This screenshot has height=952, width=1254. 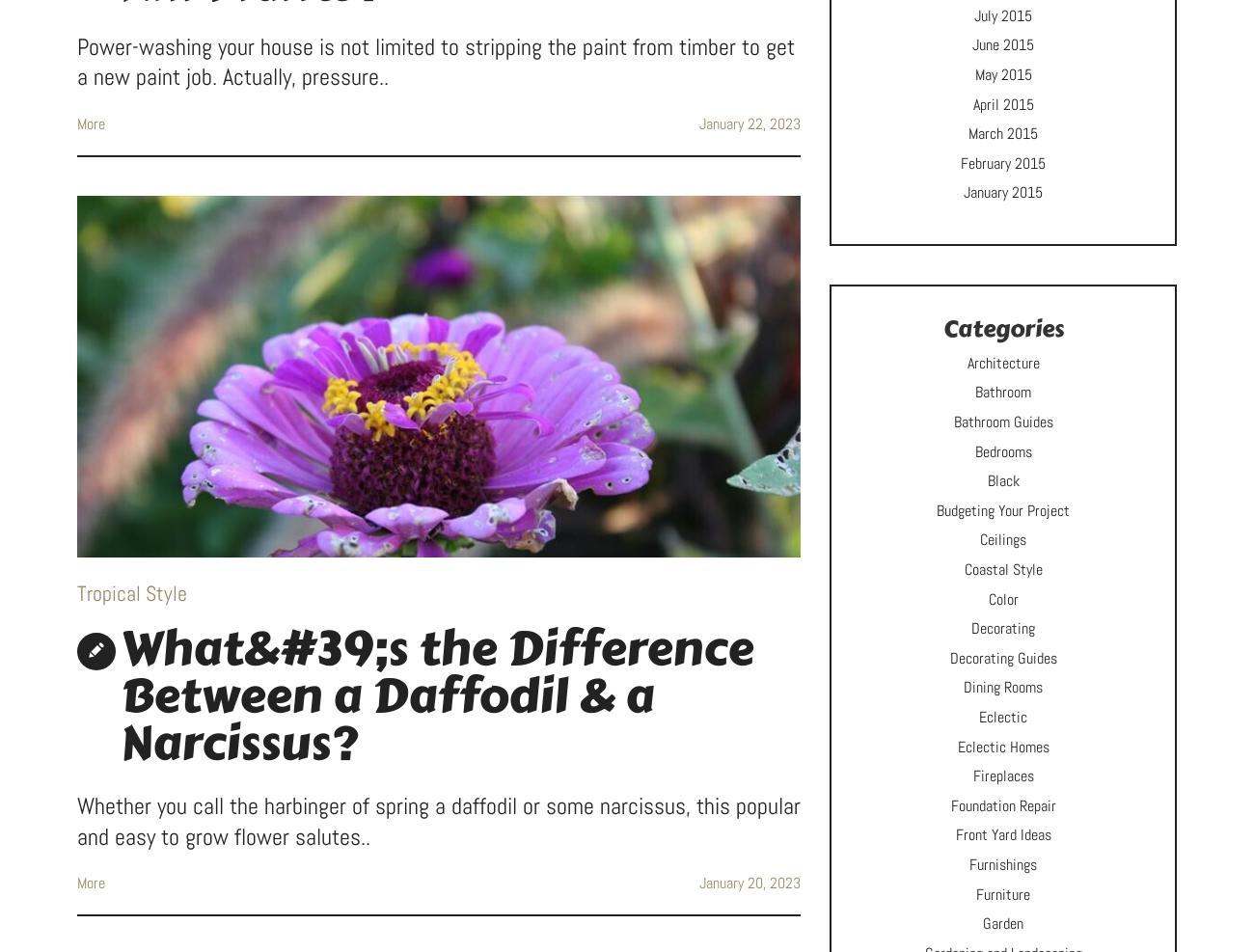 I want to click on 'Ceilings', so click(x=1003, y=539).